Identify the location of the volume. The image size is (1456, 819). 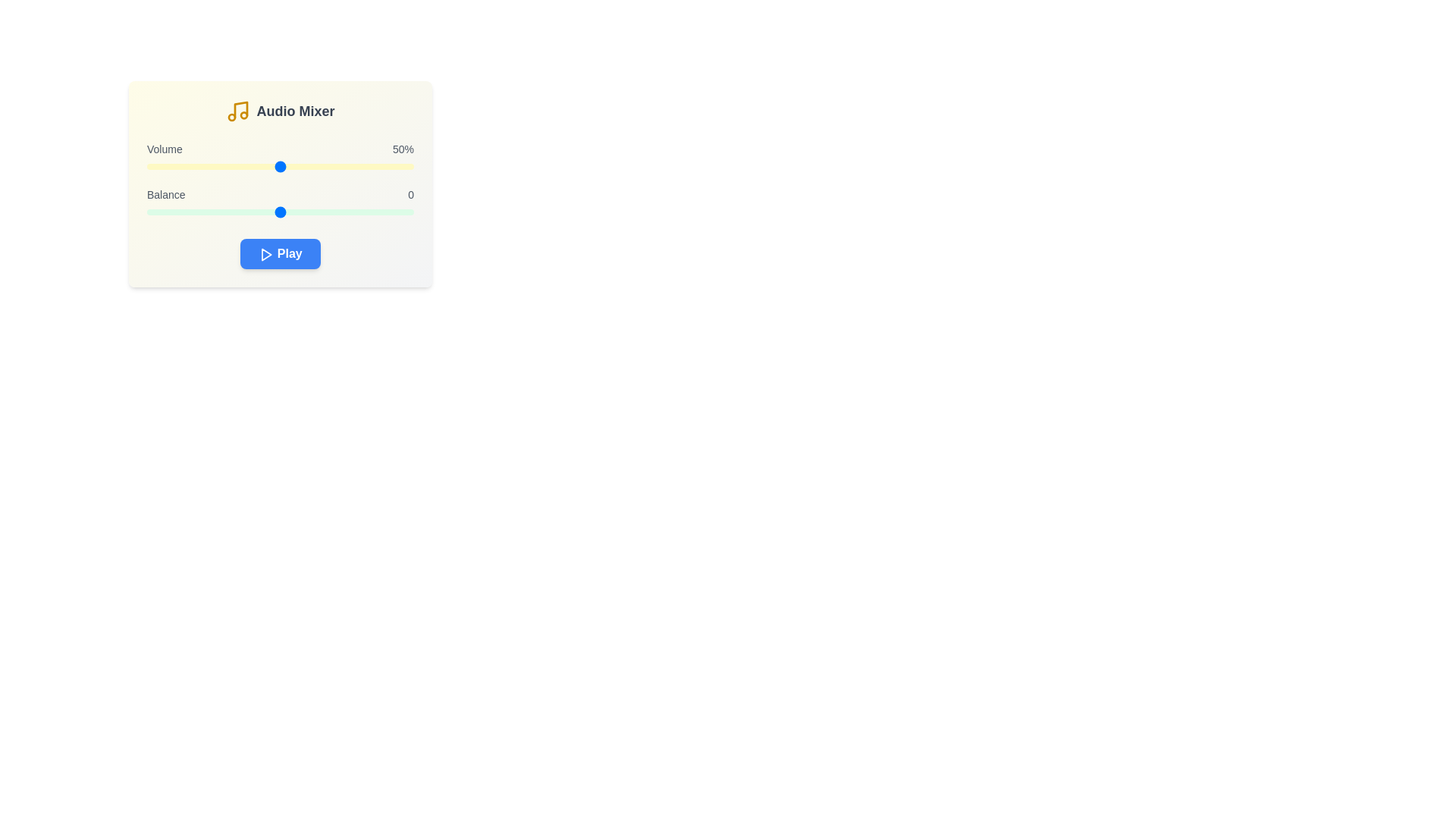
(403, 166).